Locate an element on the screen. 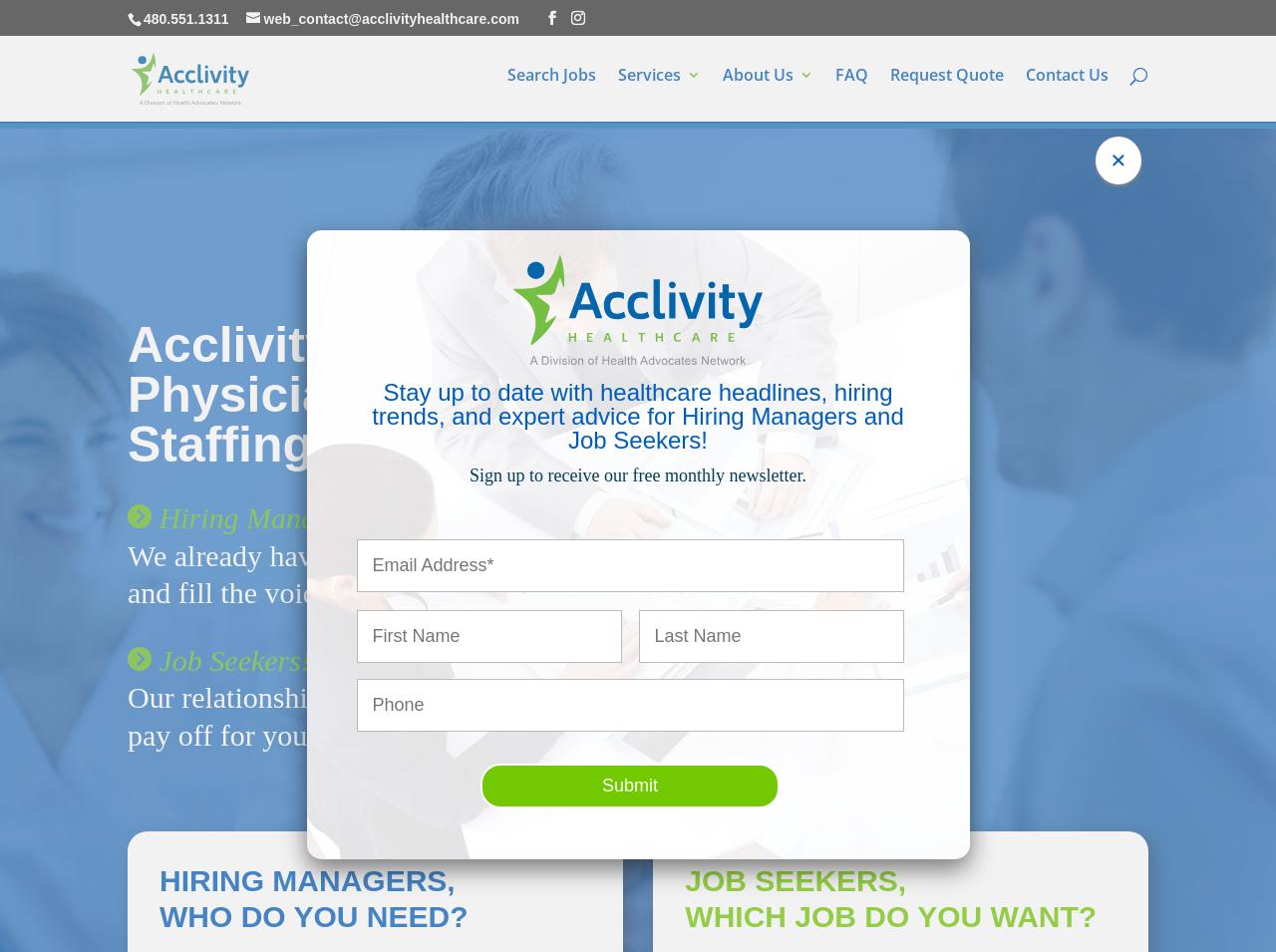 Image resolution: width=1276 pixels, height=952 pixels. 'Hiring Managers,' is located at coordinates (305, 879).